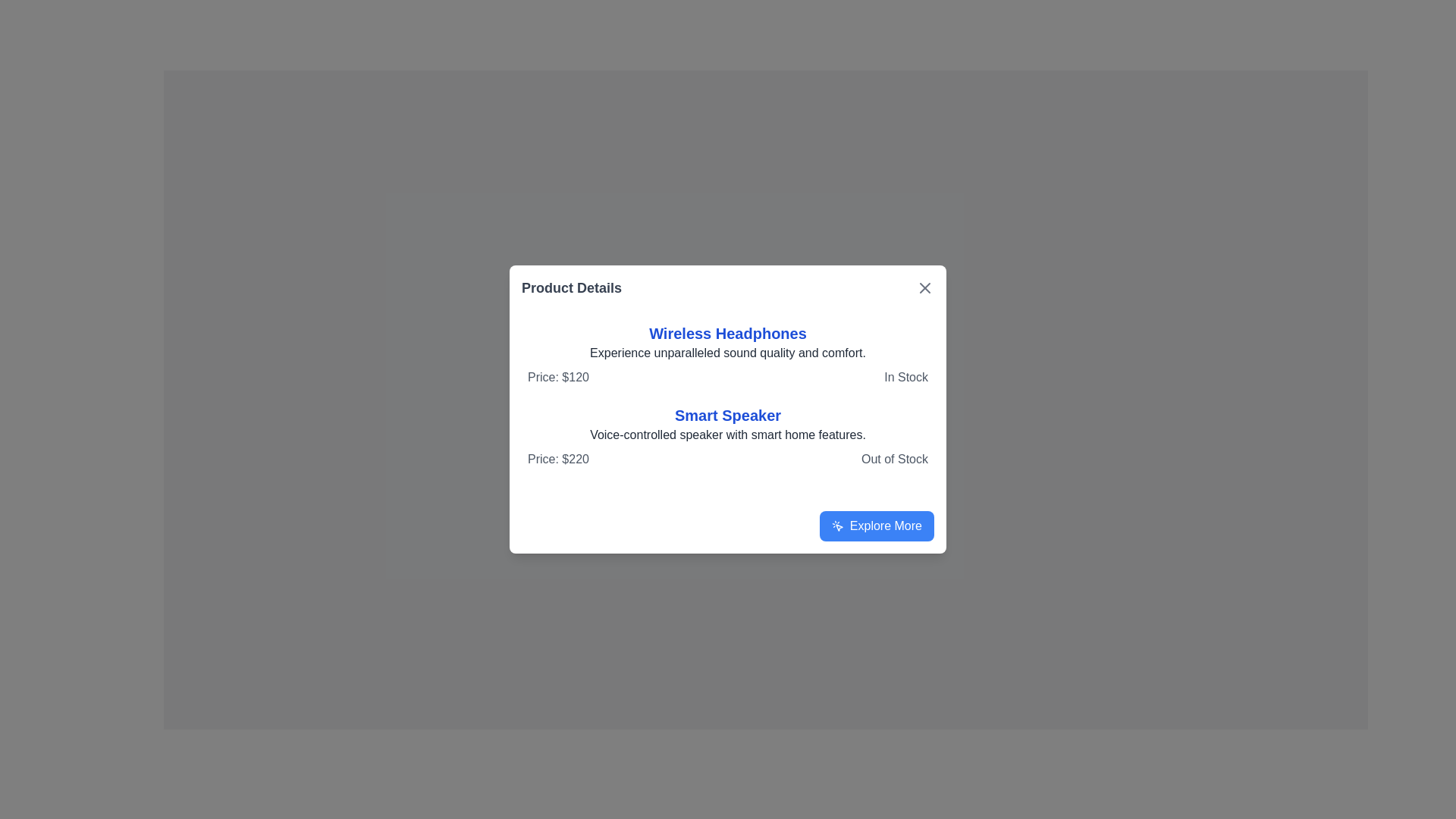 The image size is (1456, 819). What do you see at coordinates (924, 288) in the screenshot?
I see `the center of the 'X' button located in the top-right corner of the 'Product Details' modal` at bounding box center [924, 288].